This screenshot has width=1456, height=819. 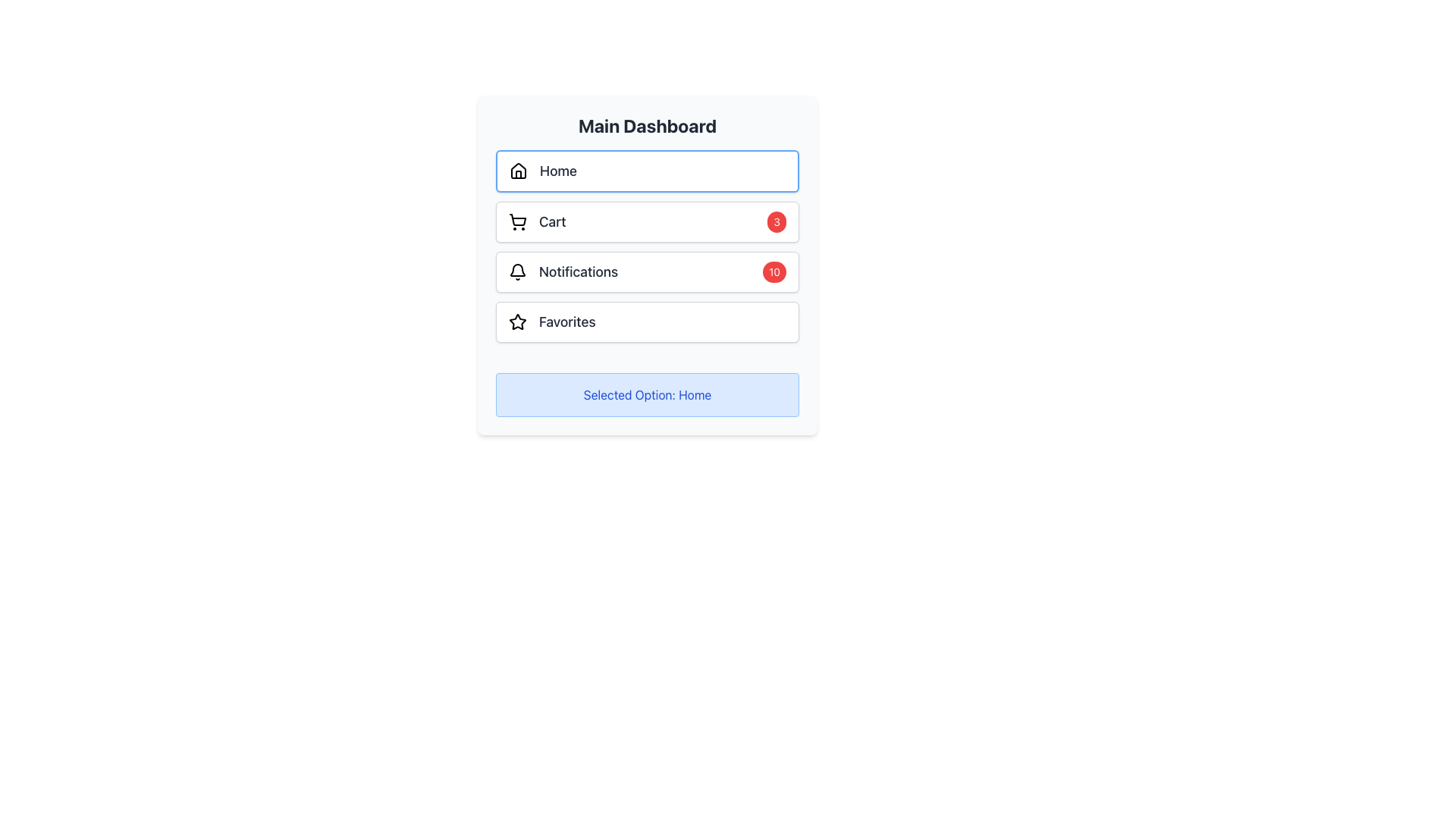 I want to click on the simplified house icon represented by an outline with a triangular roof and rectangular base, located within the 'Home' button in the dashboard interface, so click(x=519, y=170).